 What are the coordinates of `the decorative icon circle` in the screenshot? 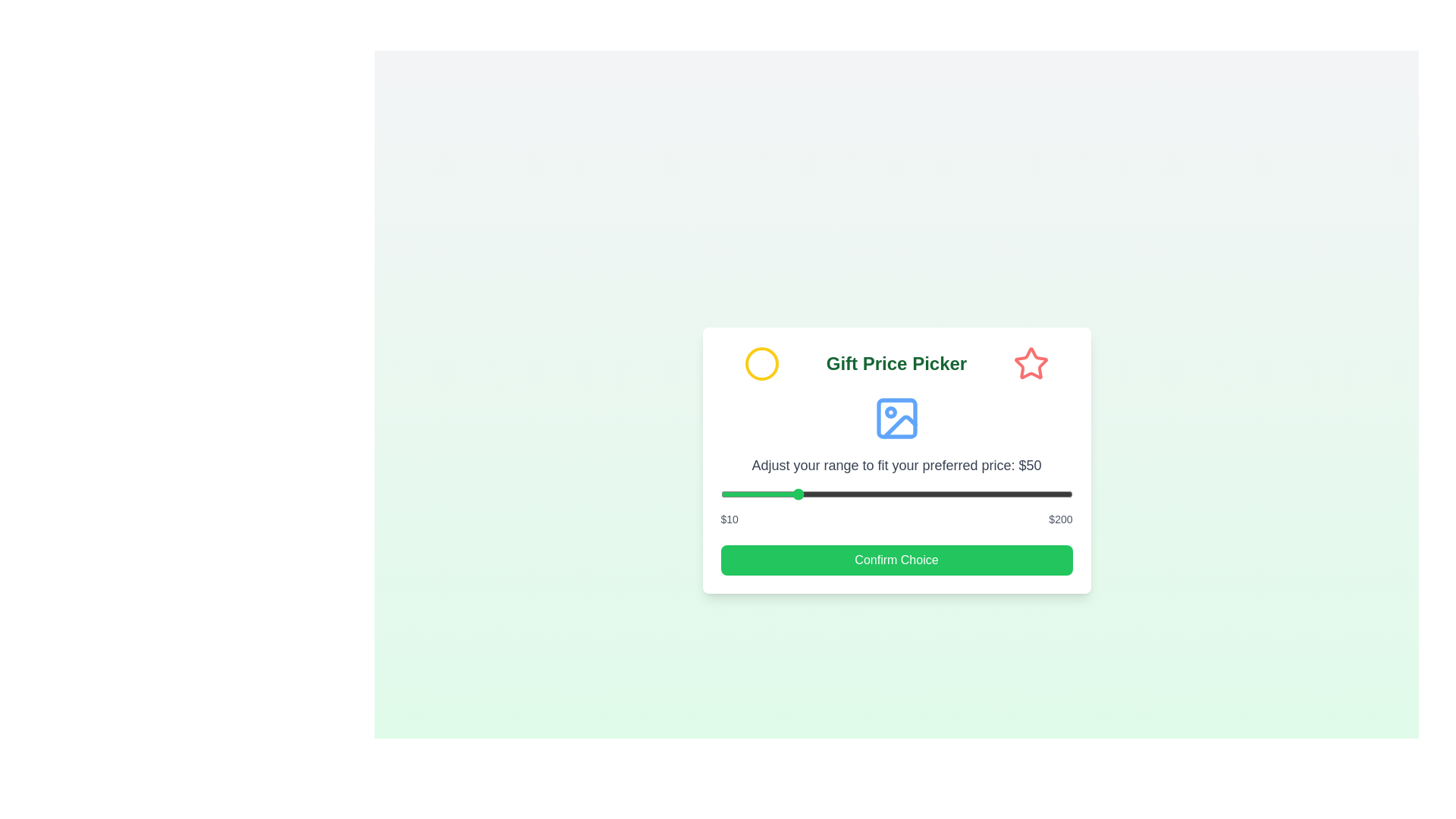 It's located at (761, 363).